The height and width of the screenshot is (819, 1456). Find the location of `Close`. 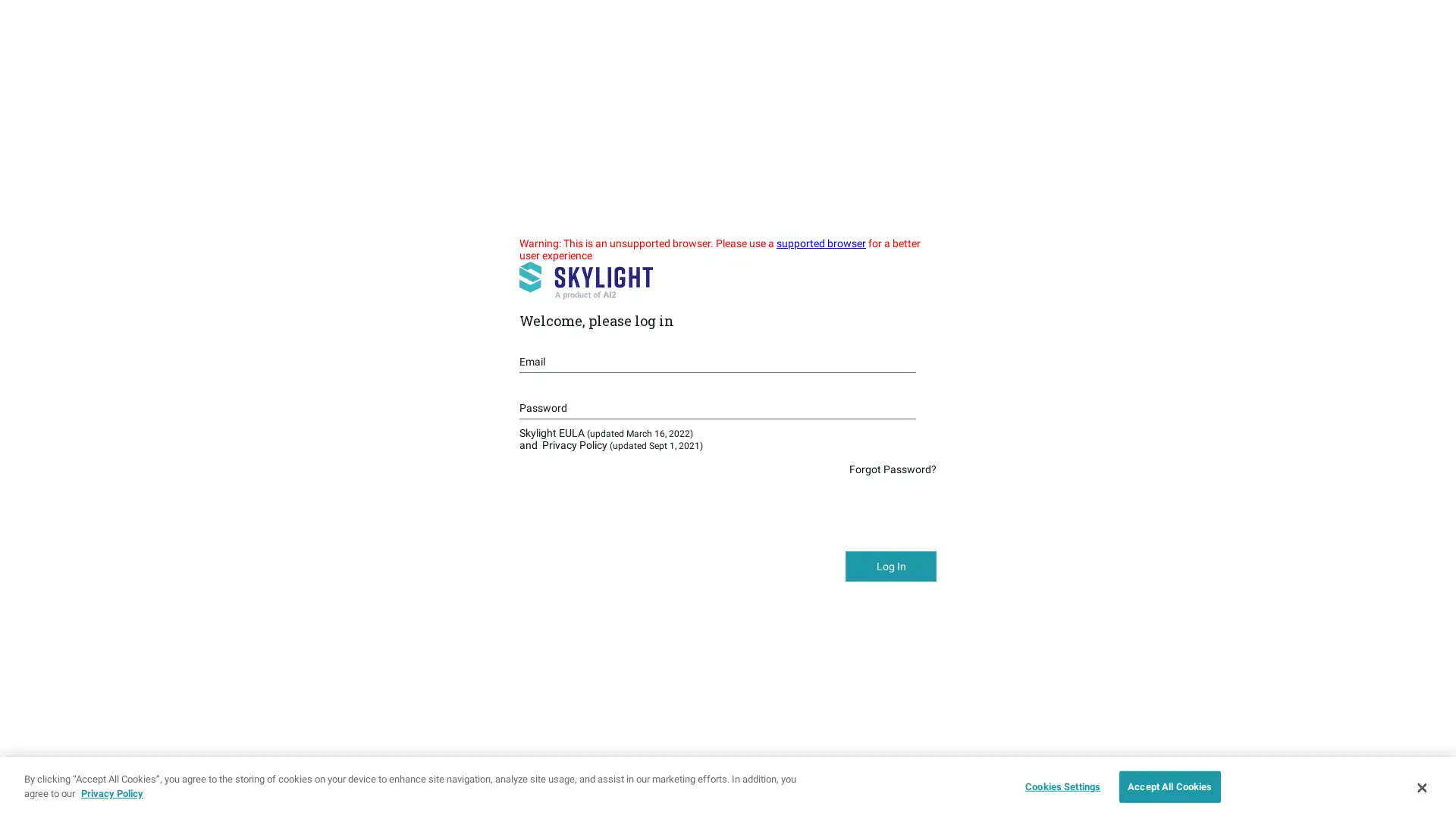

Close is located at coordinates (1420, 786).